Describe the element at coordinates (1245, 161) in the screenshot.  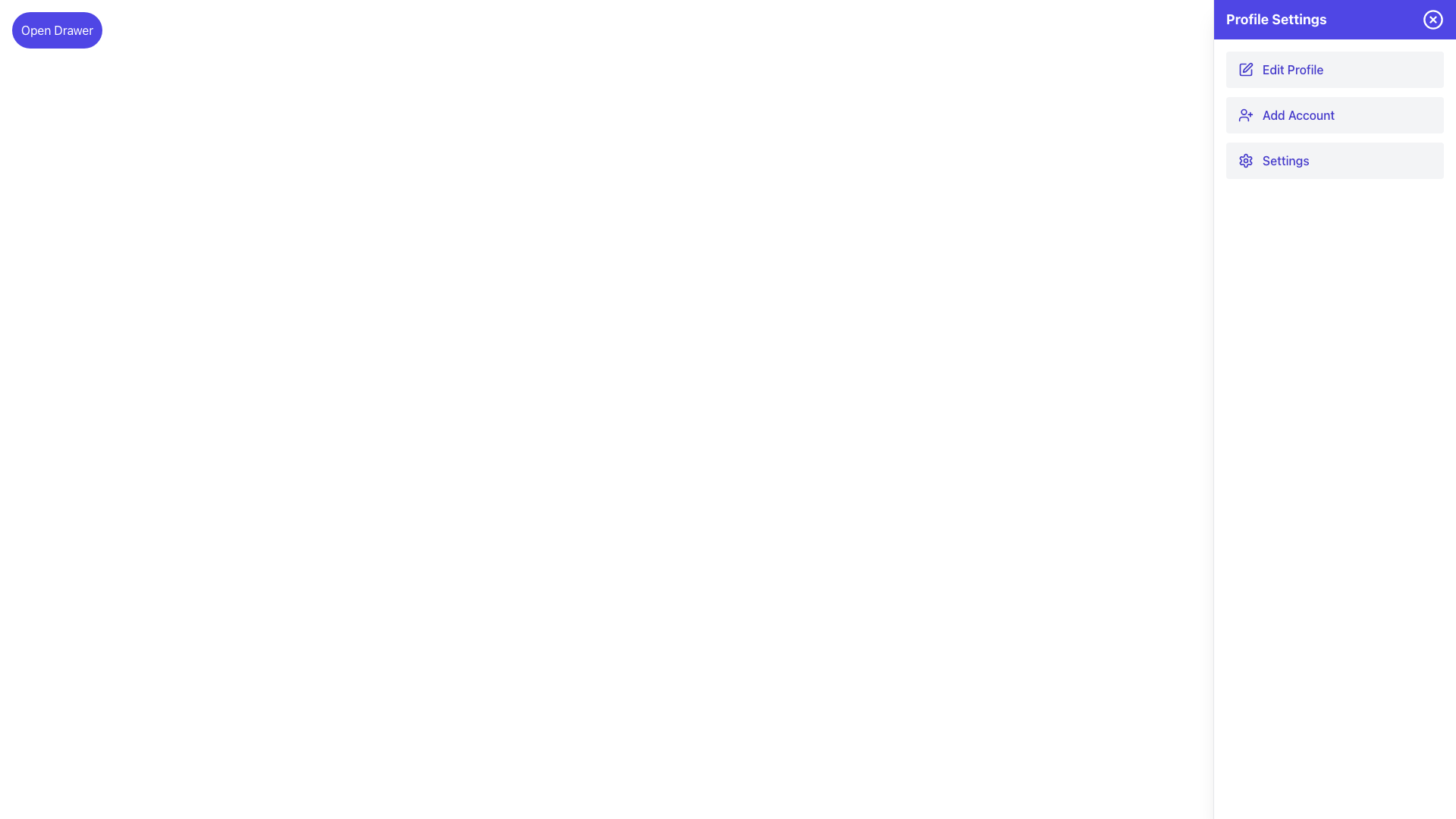
I see `the 'Settings' icon located to the left of the 'Settings' text in the 'Profile Settings' panel` at that location.